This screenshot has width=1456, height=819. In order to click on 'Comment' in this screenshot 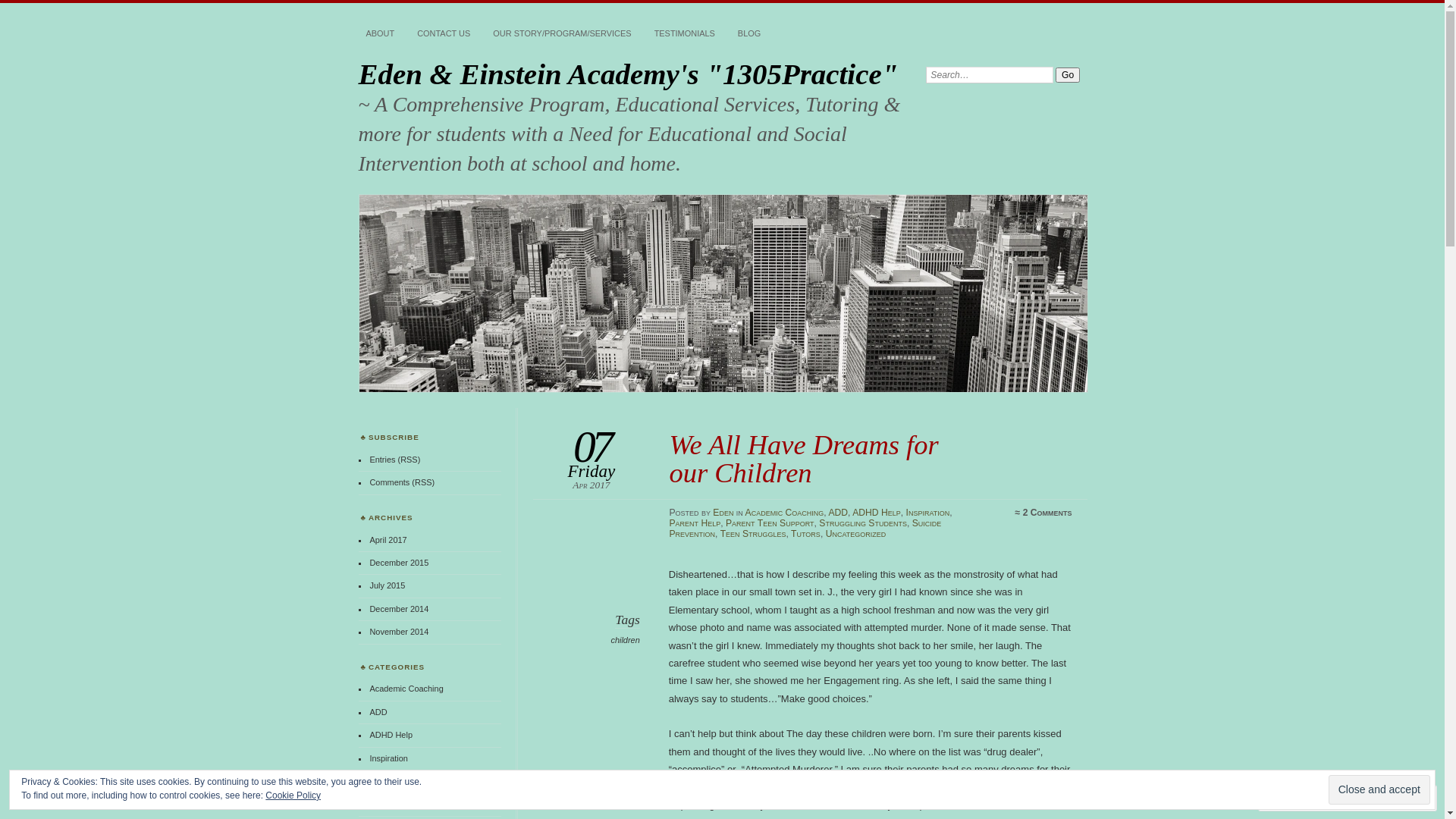, I will do `click(1298, 797)`.